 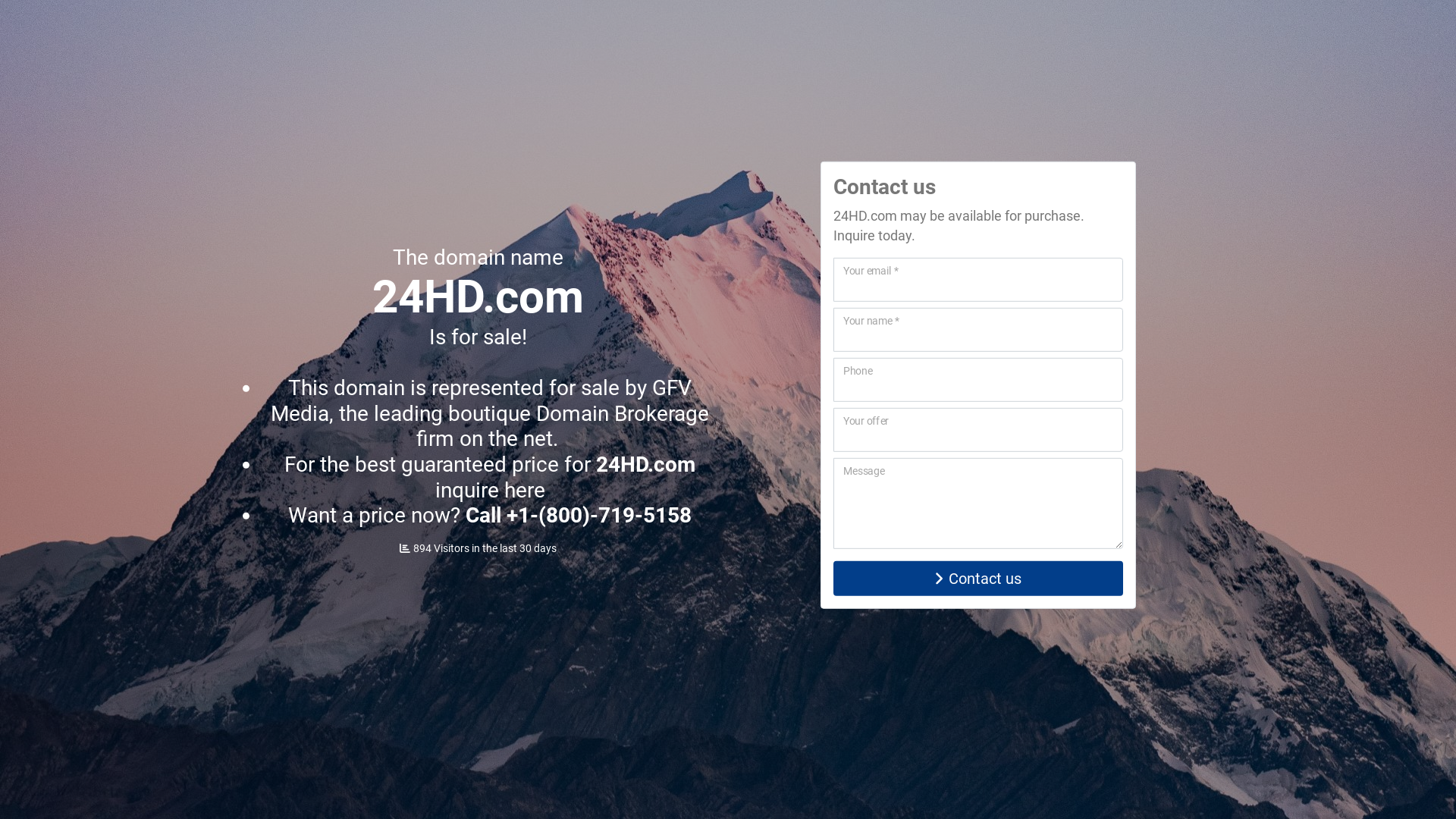 I want to click on 'Contact us', so click(x=978, y=579).